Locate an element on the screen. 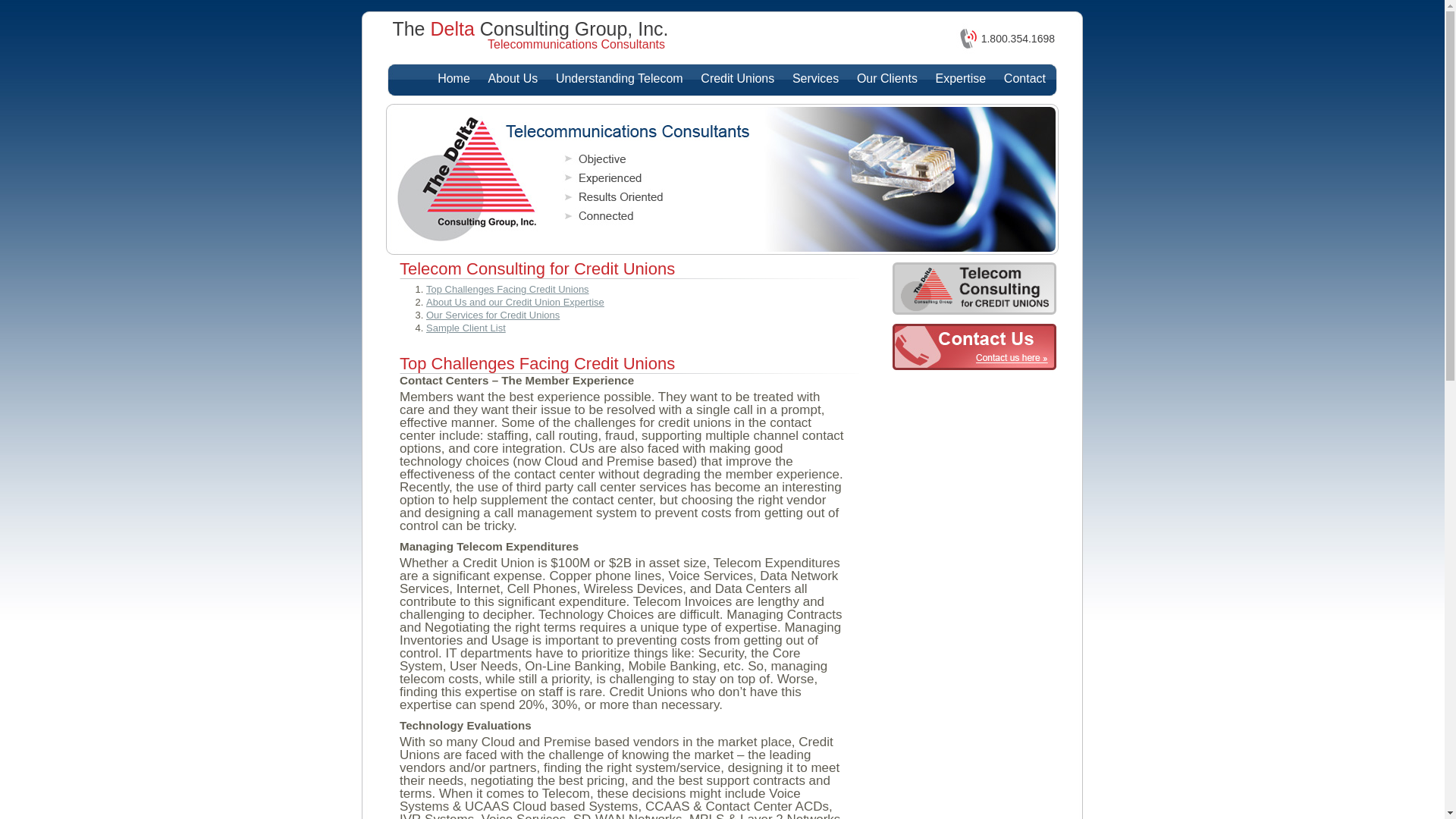  'Our Clients' is located at coordinates (887, 78).